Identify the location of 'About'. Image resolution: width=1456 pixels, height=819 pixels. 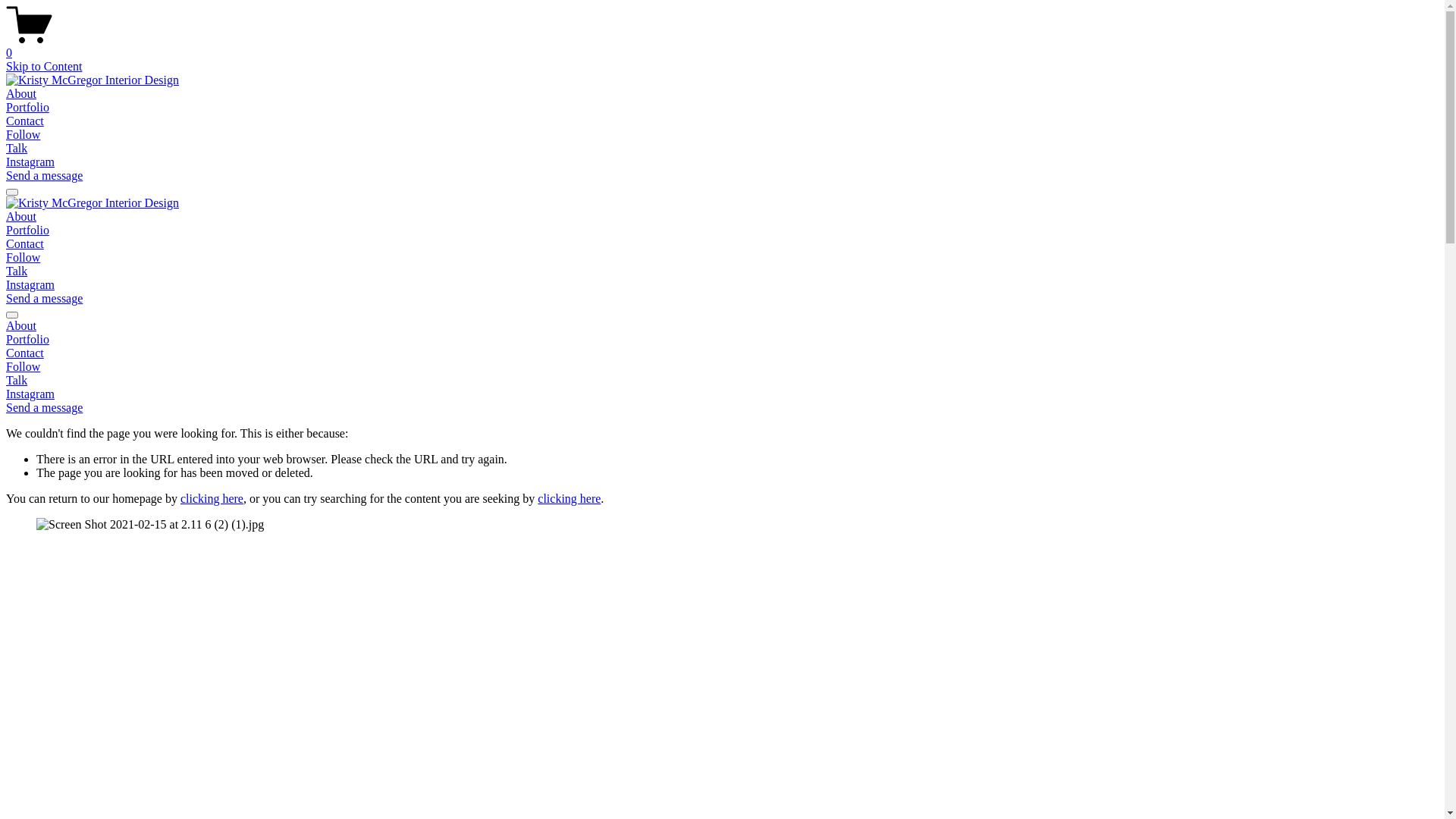
(21, 93).